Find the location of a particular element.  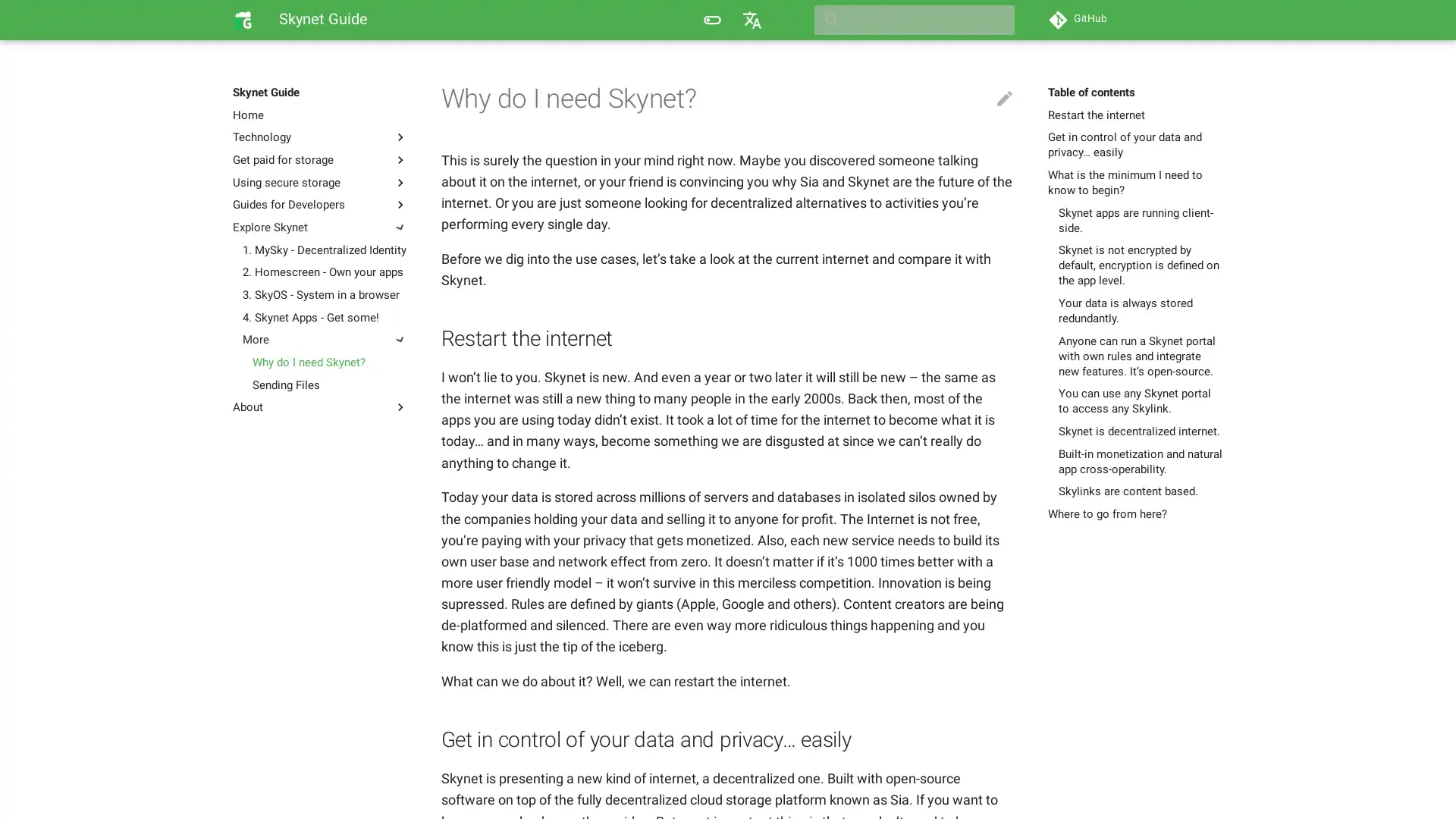

Clear is located at coordinates (996, 20).